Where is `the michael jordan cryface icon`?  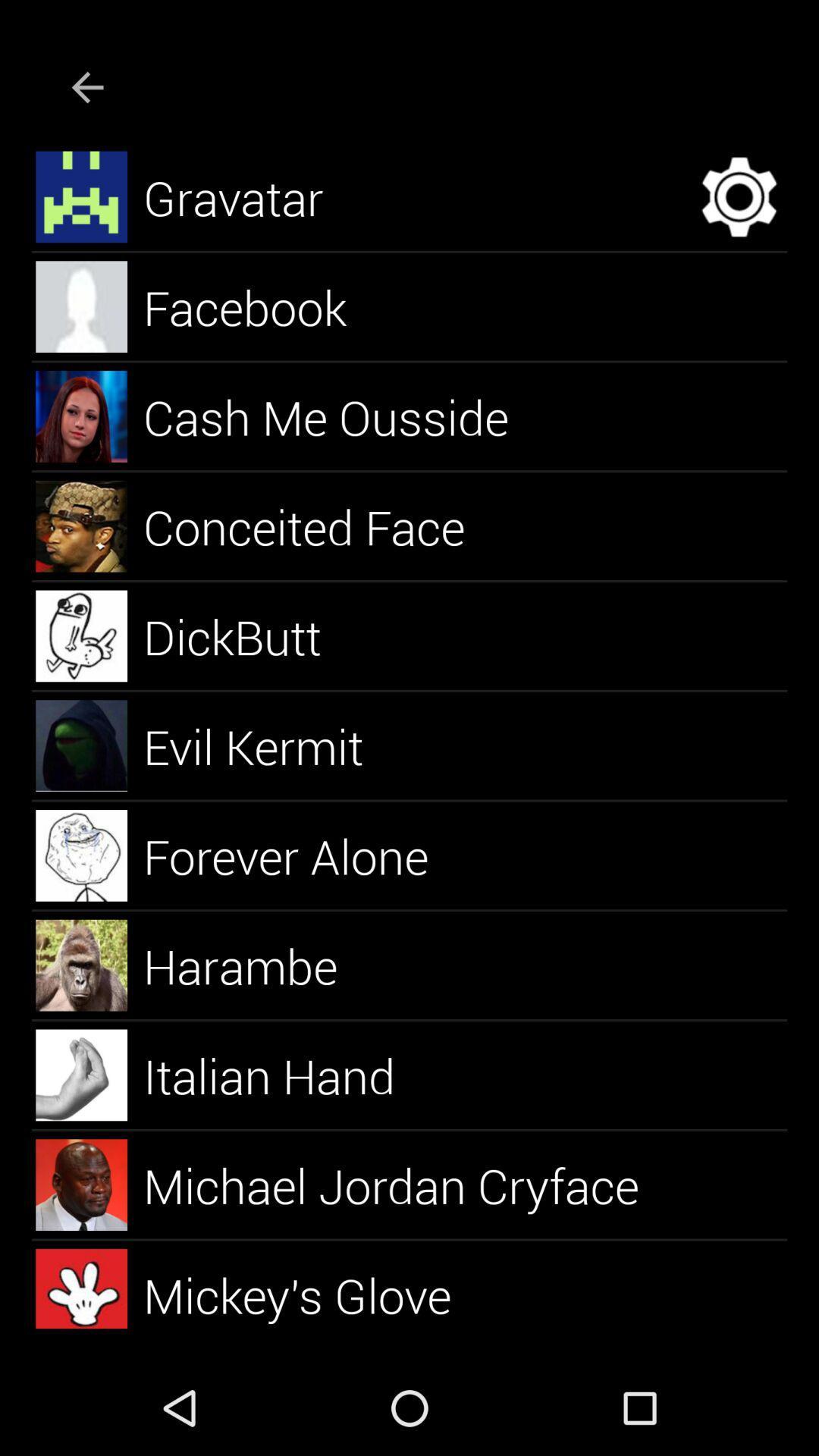 the michael jordan cryface icon is located at coordinates (408, 1184).